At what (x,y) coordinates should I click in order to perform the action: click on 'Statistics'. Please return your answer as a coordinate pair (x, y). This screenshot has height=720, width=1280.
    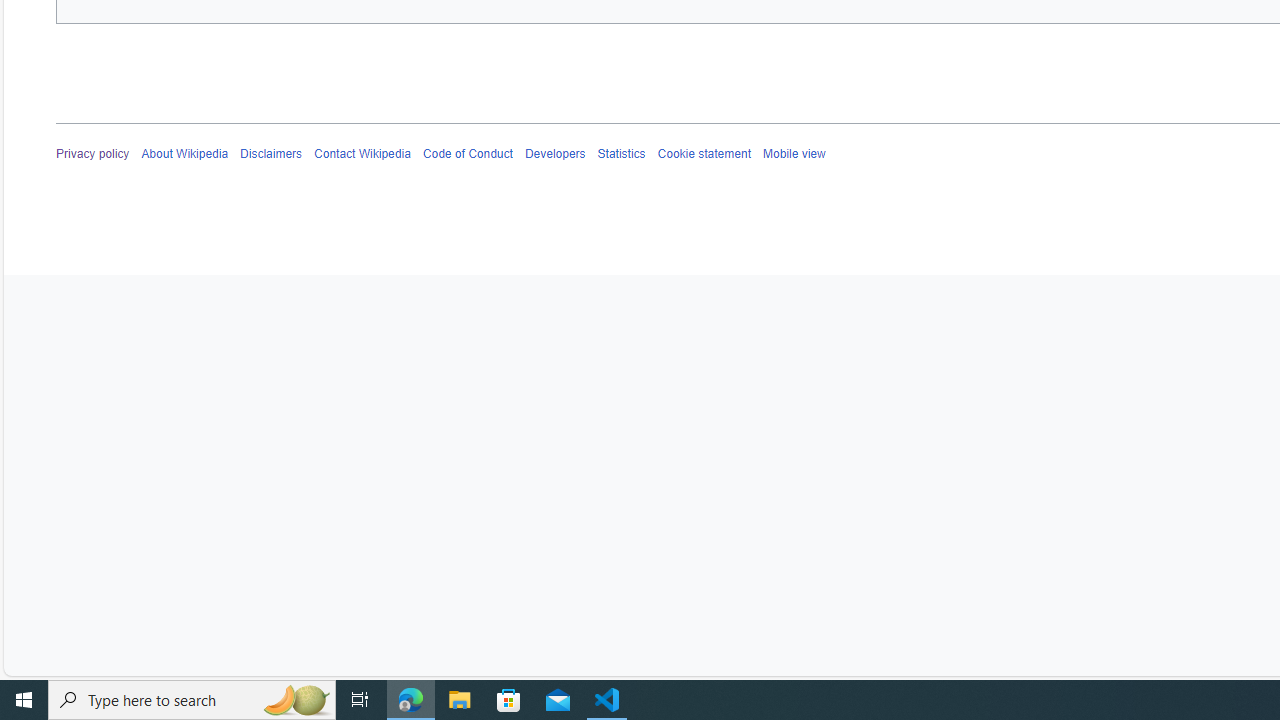
    Looking at the image, I should click on (620, 153).